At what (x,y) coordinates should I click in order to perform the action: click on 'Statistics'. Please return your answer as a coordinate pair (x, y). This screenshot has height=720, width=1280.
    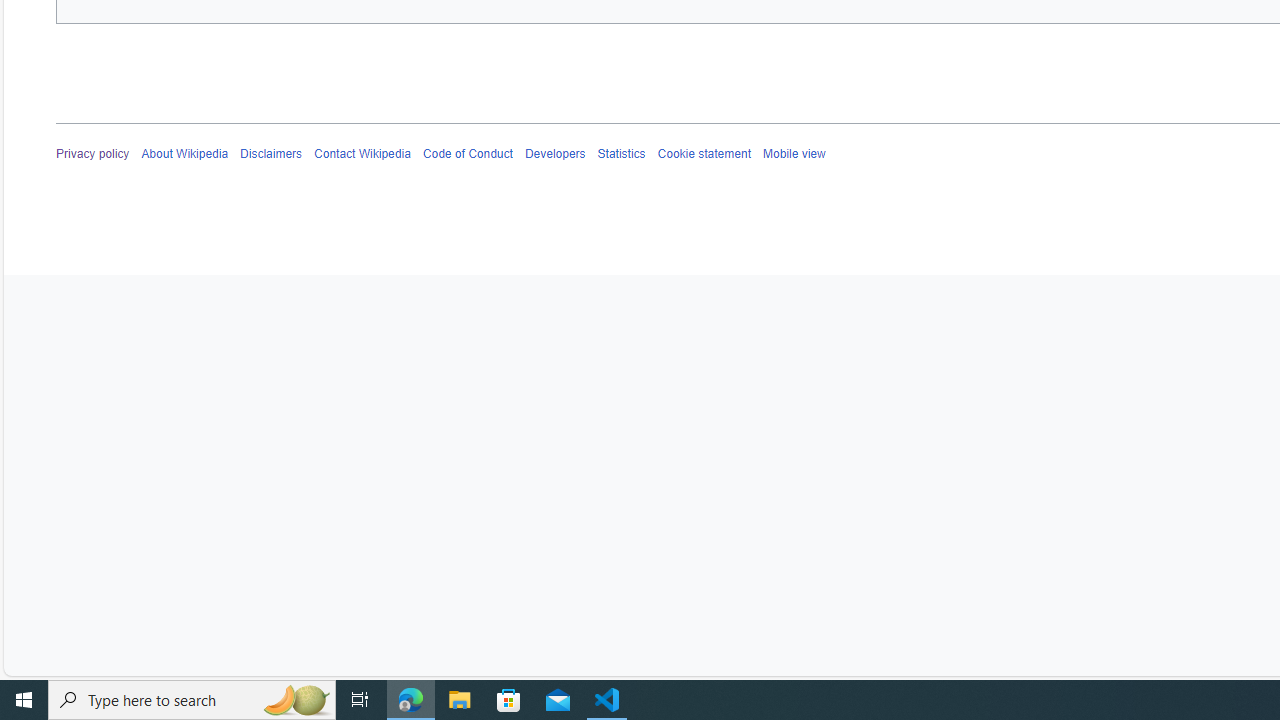
    Looking at the image, I should click on (620, 153).